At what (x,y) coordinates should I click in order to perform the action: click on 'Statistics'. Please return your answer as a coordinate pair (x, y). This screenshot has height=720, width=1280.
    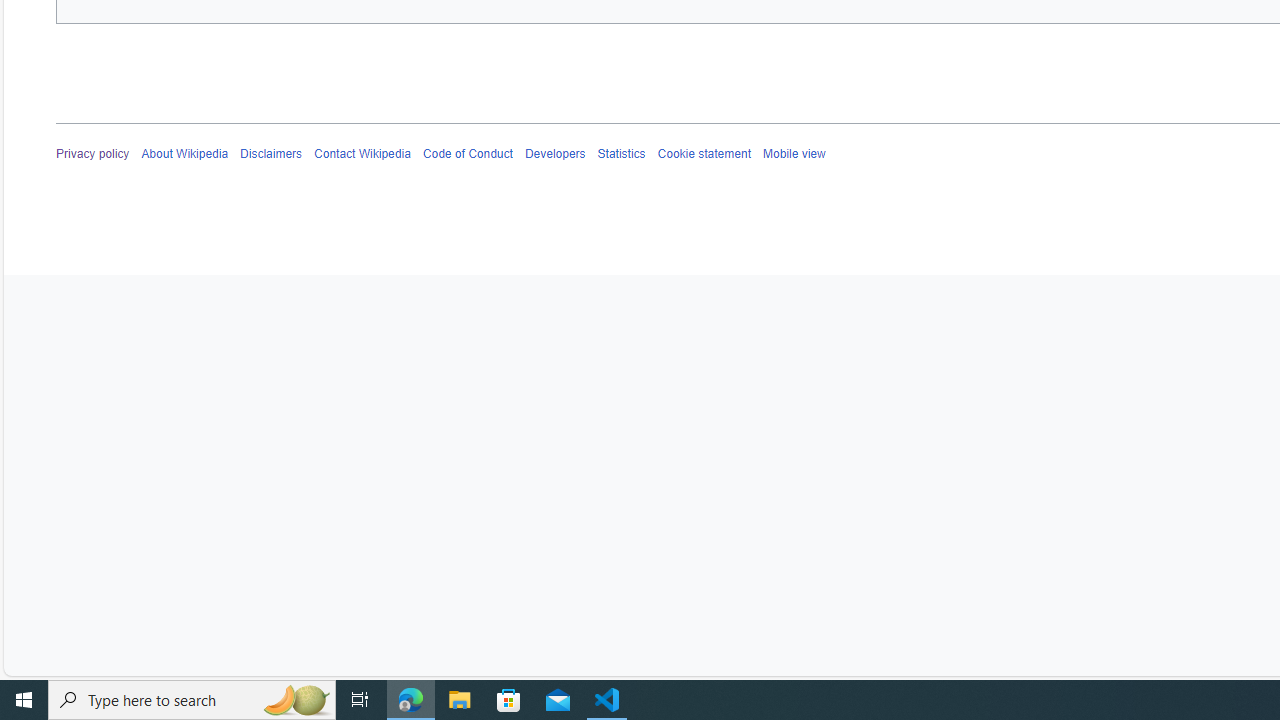
    Looking at the image, I should click on (620, 153).